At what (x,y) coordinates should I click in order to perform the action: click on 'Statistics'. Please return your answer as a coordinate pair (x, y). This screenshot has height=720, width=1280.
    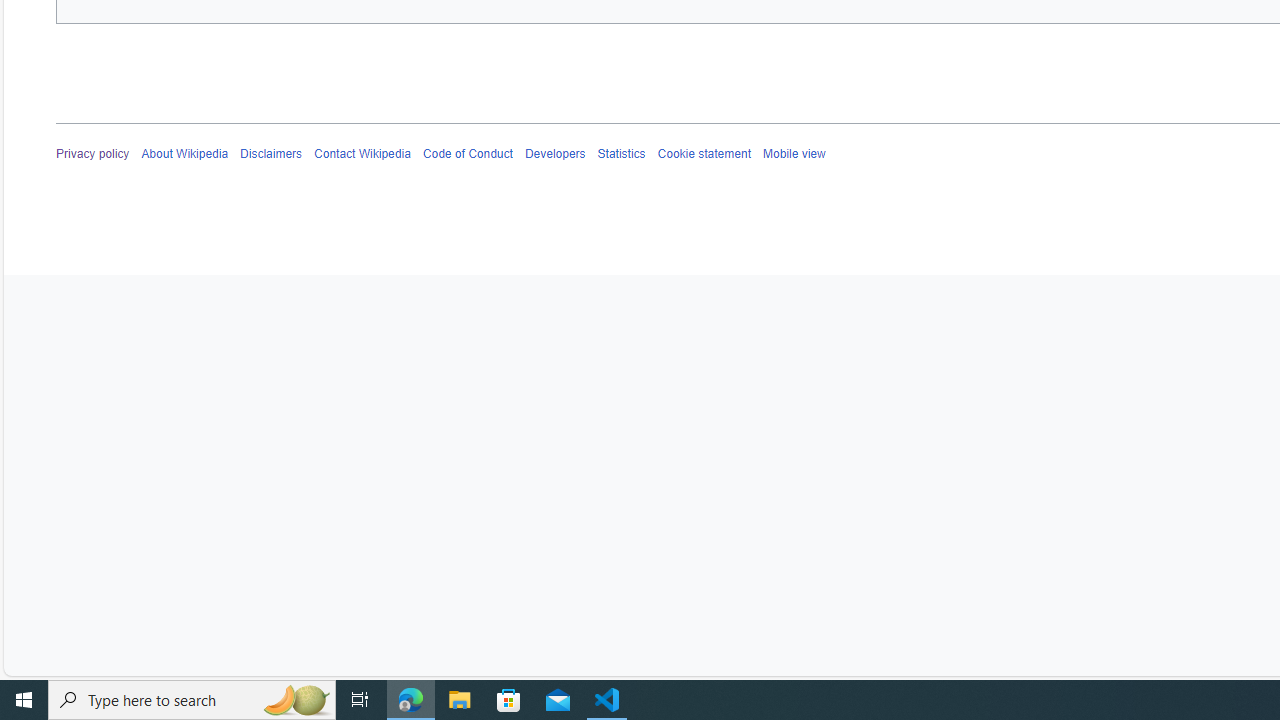
    Looking at the image, I should click on (620, 153).